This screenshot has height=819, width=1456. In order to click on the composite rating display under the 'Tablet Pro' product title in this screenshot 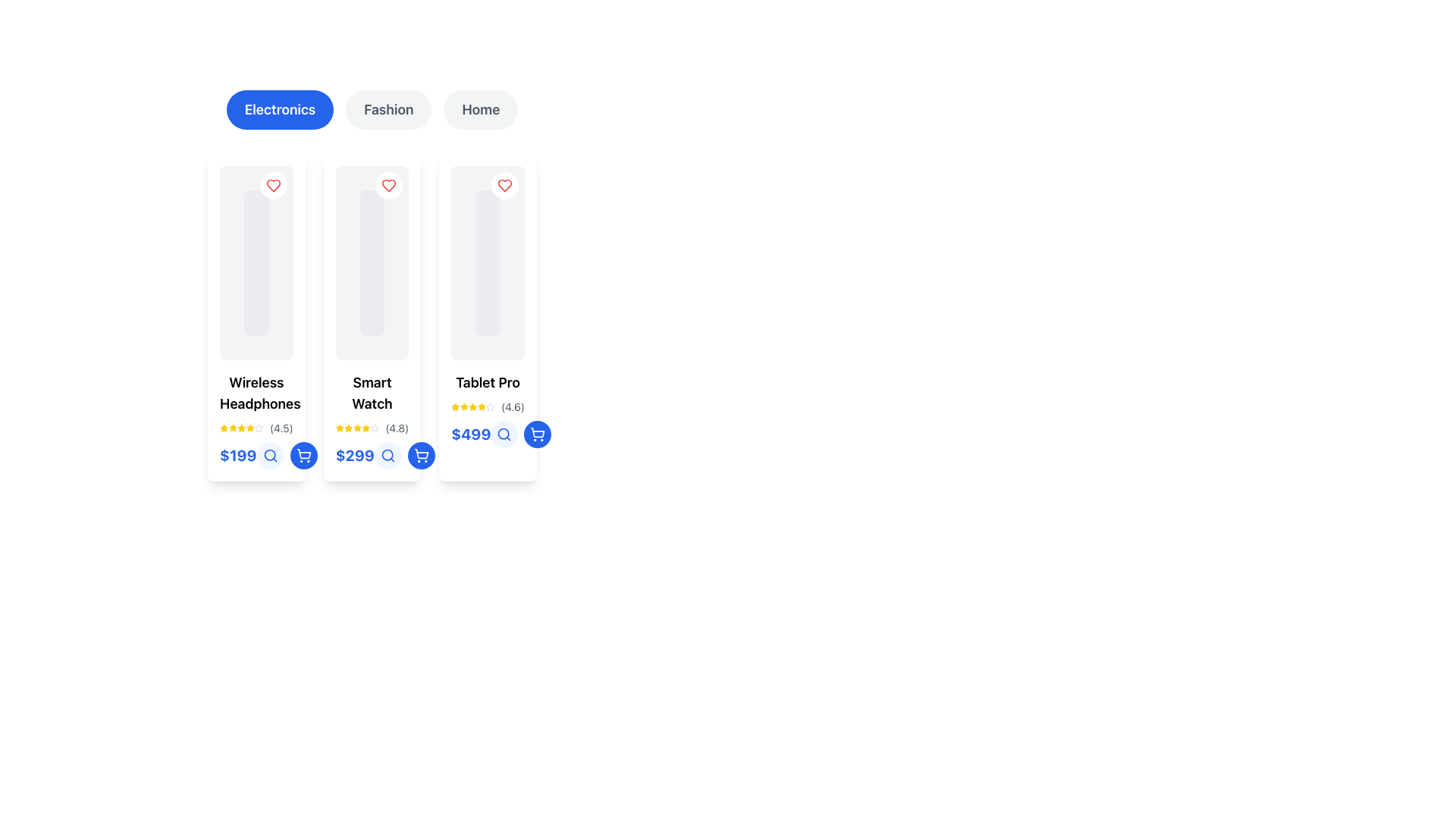, I will do `click(488, 406)`.